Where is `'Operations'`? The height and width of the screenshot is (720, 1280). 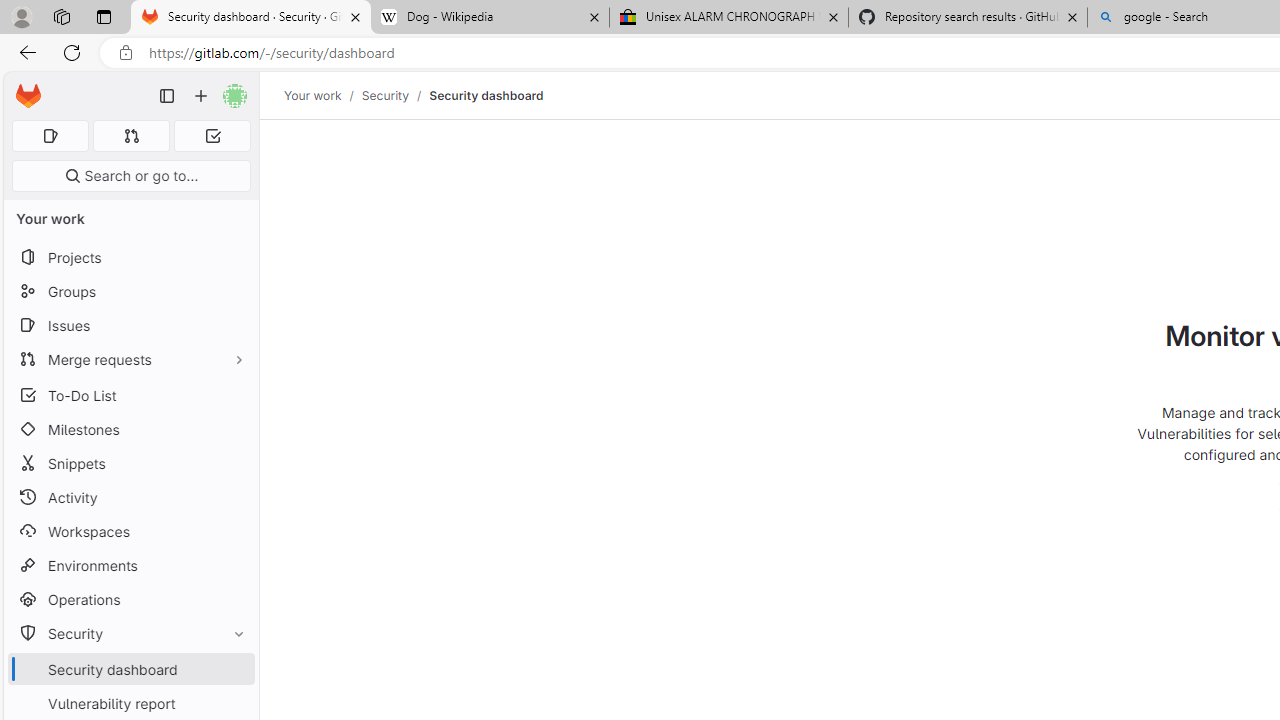
'Operations' is located at coordinates (130, 598).